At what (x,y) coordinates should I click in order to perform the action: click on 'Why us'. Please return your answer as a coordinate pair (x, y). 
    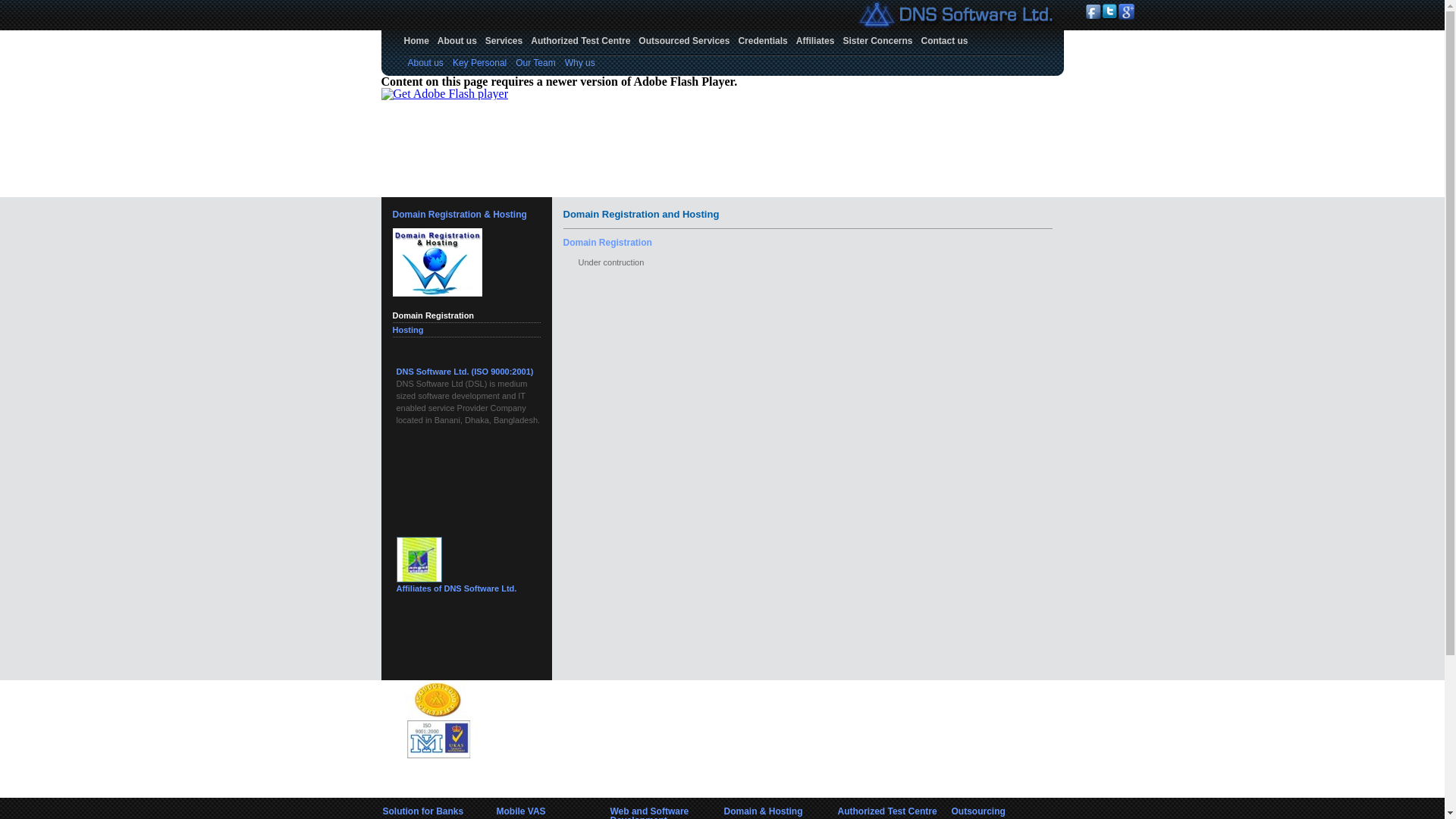
    Looking at the image, I should click on (579, 62).